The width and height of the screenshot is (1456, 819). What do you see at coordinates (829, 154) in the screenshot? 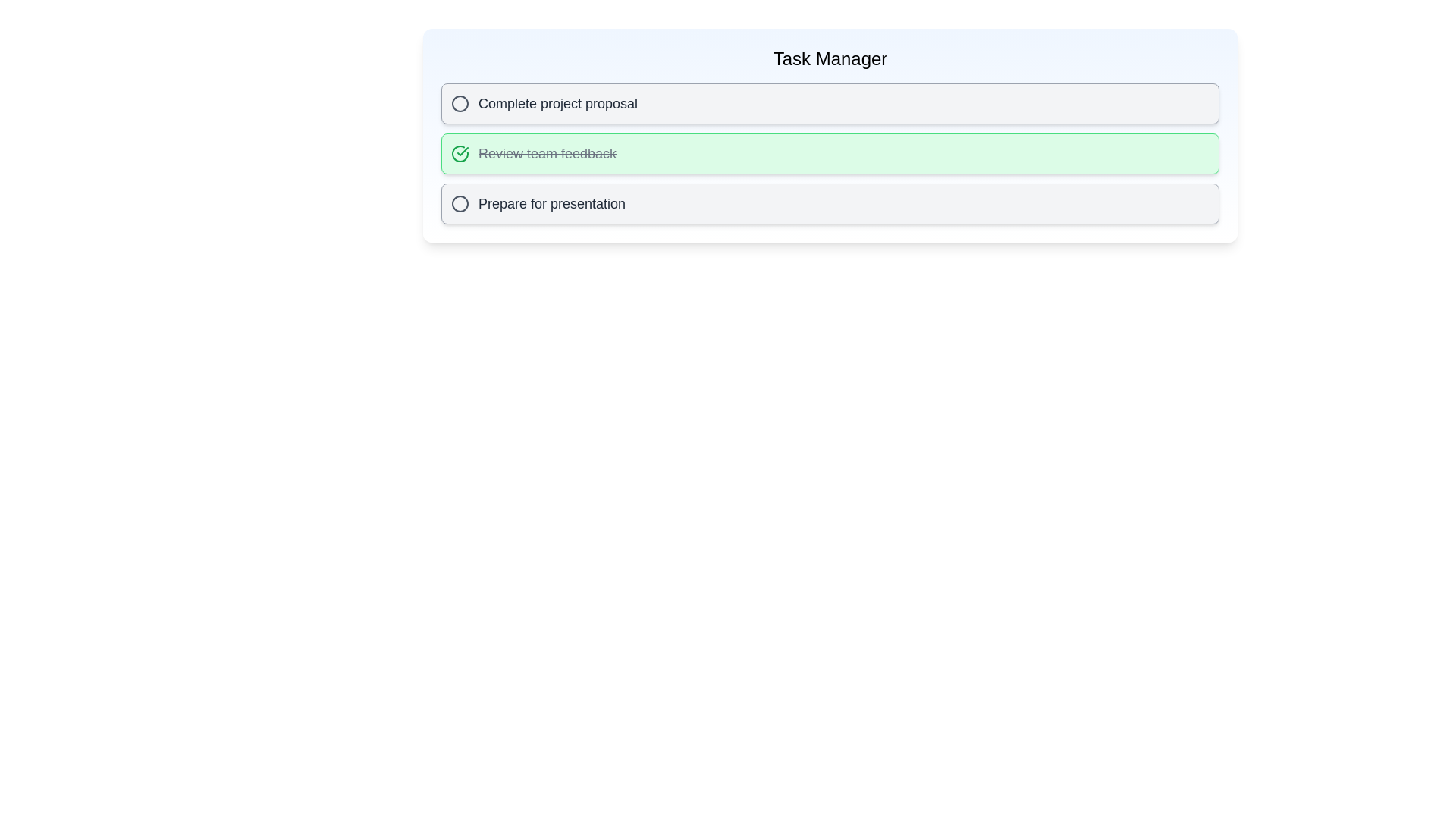
I see `the task with description 'Review team feedback' to observe the hover effect` at bounding box center [829, 154].